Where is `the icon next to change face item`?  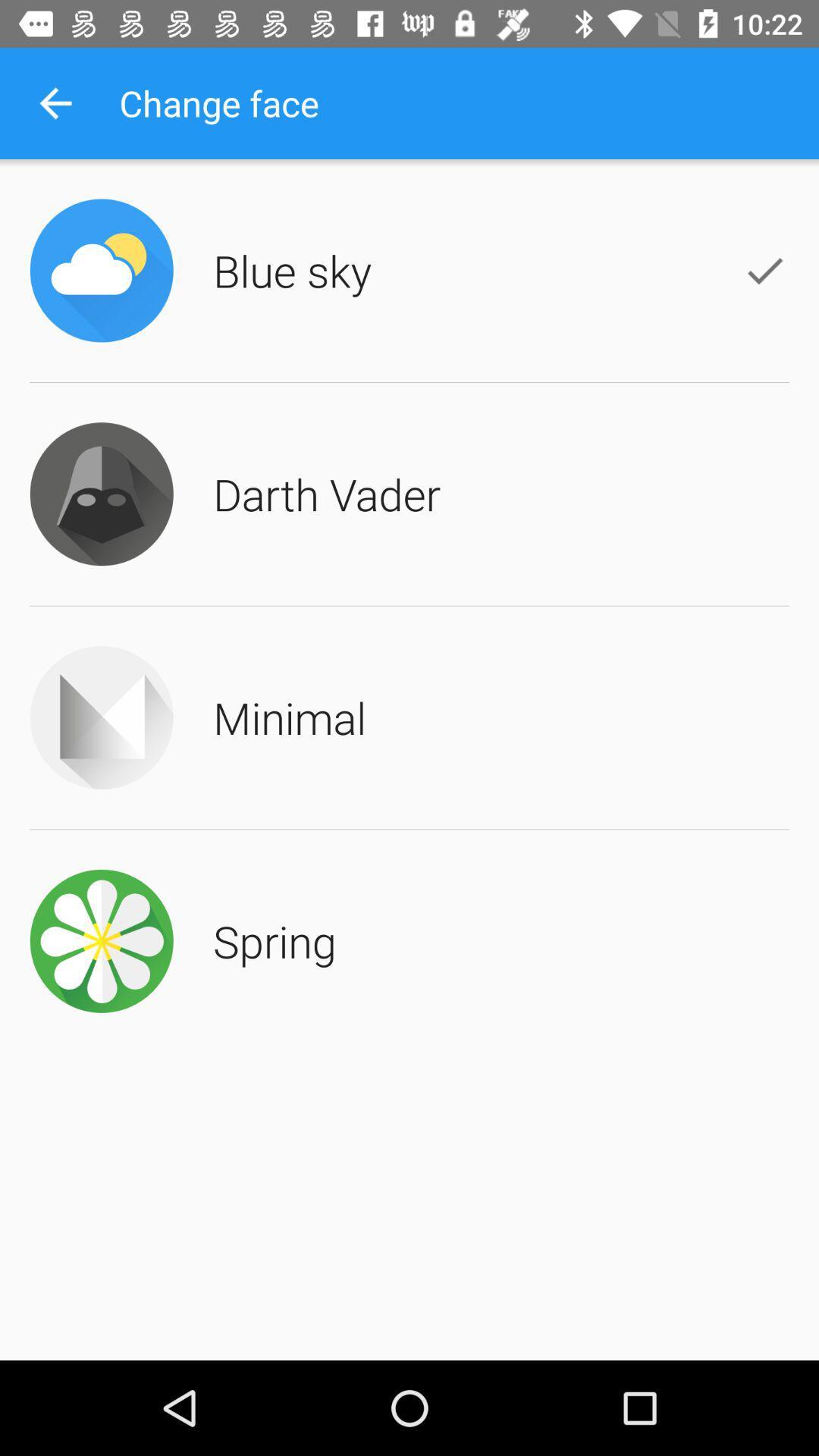 the icon next to change face item is located at coordinates (55, 102).